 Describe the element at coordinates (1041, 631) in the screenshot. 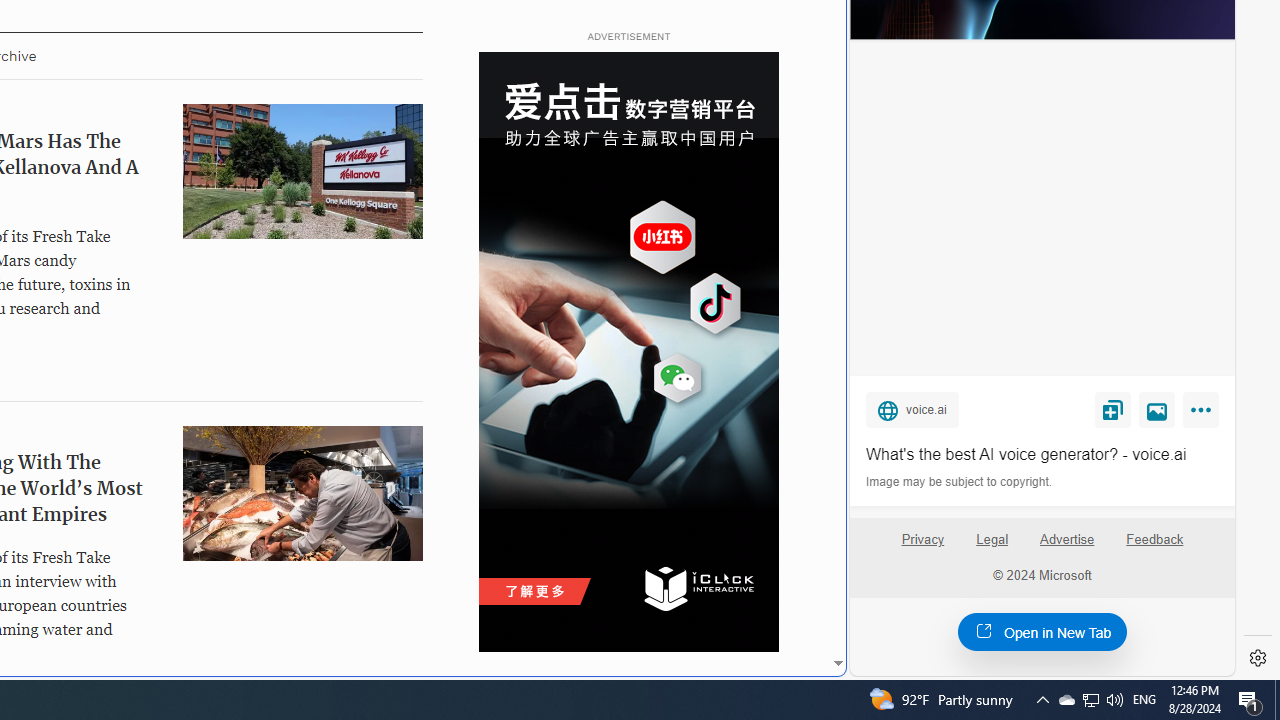

I see `'Open in New Tab'` at that location.